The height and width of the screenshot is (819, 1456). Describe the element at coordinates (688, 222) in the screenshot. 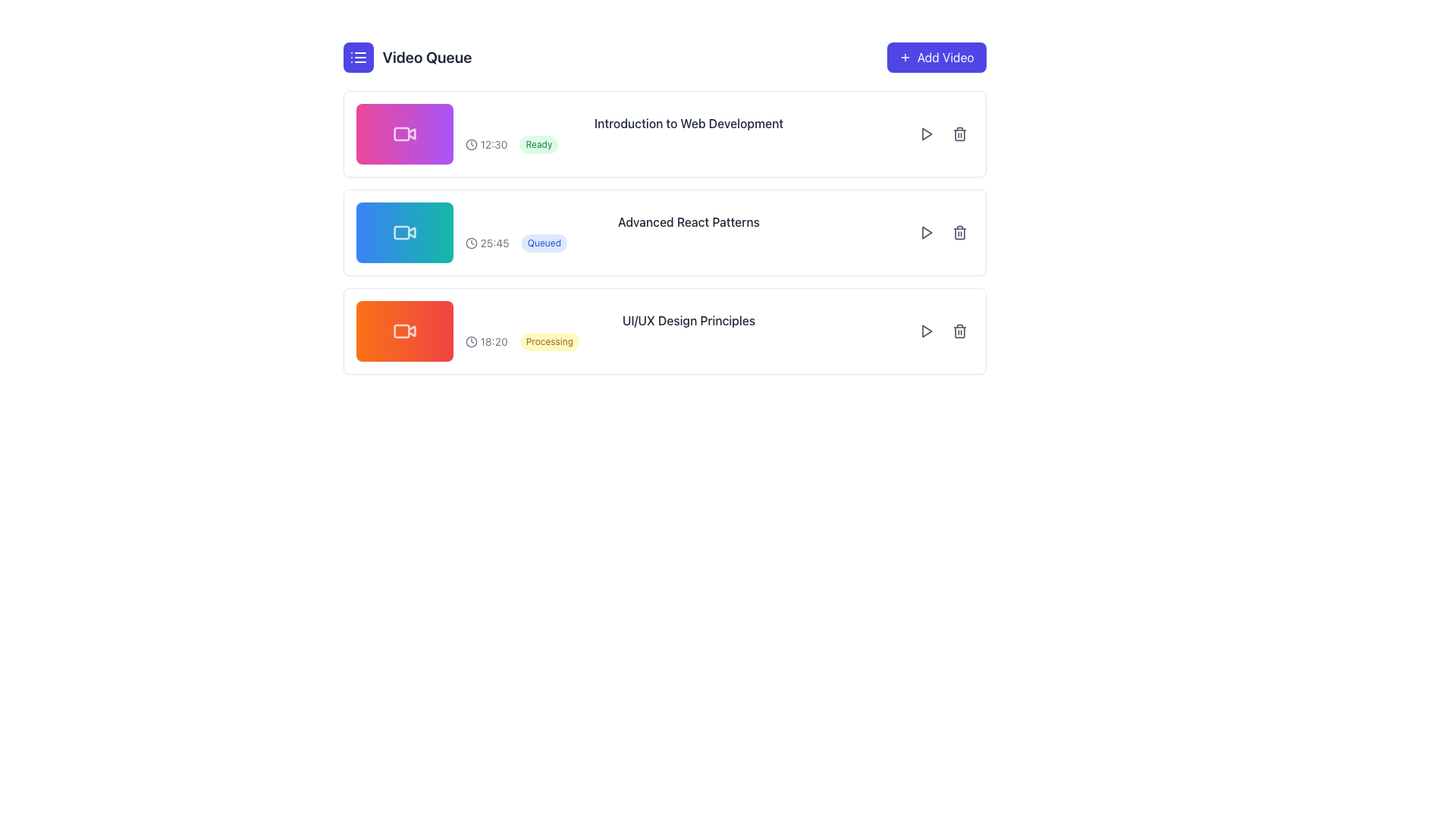

I see `text label displaying 'Advanced React Patterns', which is centrally positioned in the second row of the video item queue, below the time label '25:45'` at that location.